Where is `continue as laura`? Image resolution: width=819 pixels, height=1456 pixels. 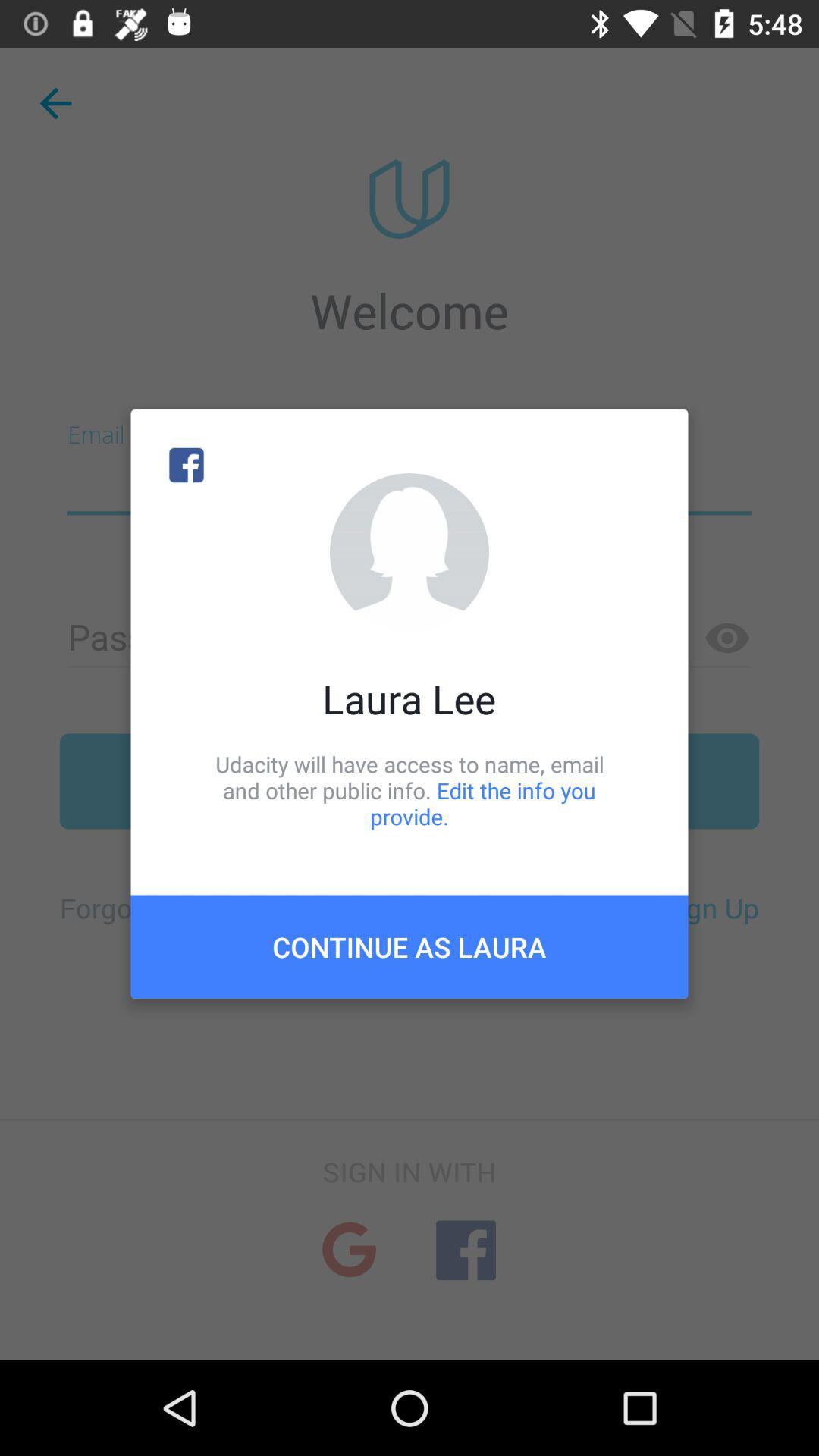
continue as laura is located at coordinates (409, 946).